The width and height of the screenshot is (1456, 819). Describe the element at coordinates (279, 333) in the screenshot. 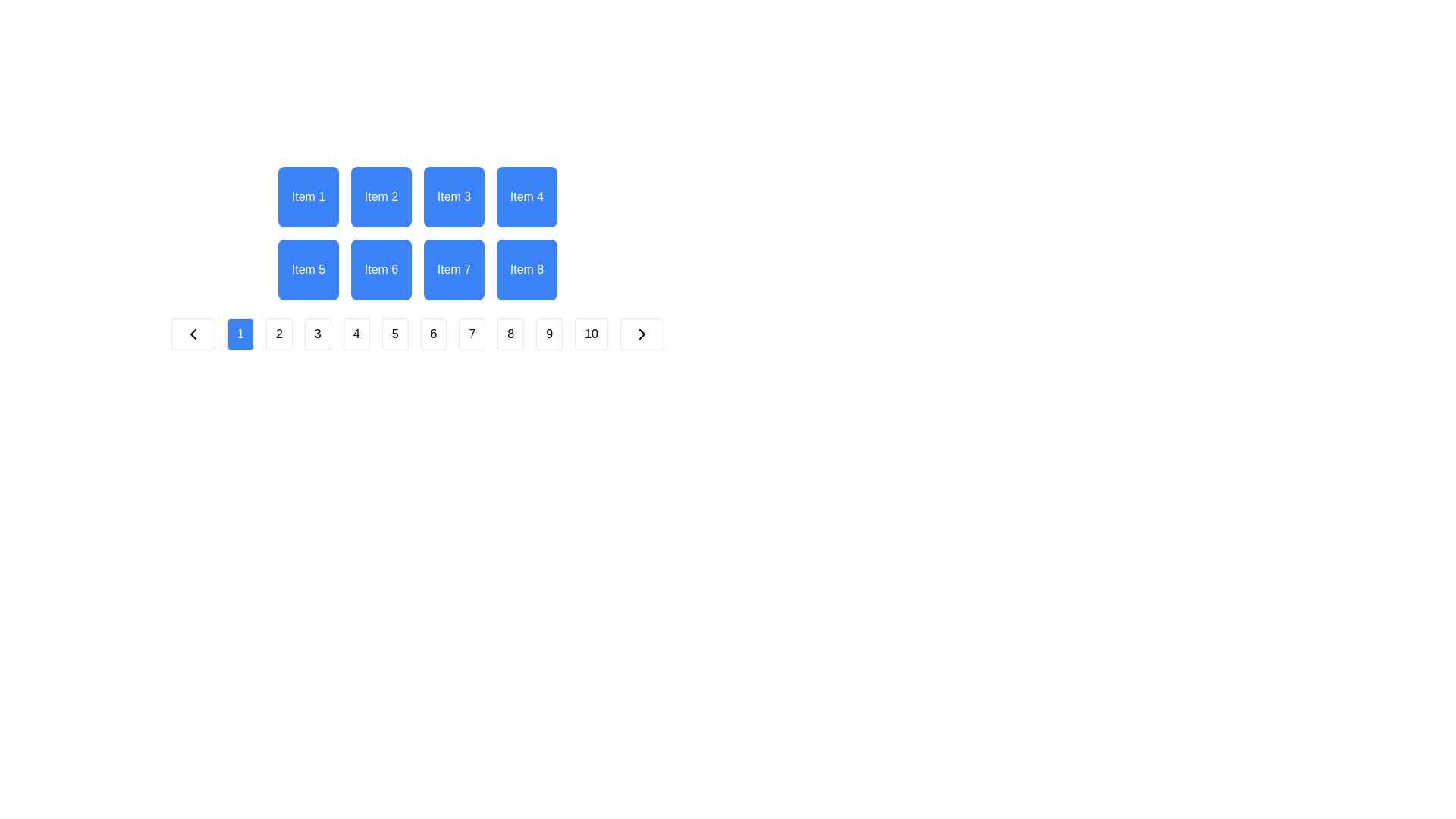

I see `the second button in the pagination control section at the bottom-center of the interface` at that location.